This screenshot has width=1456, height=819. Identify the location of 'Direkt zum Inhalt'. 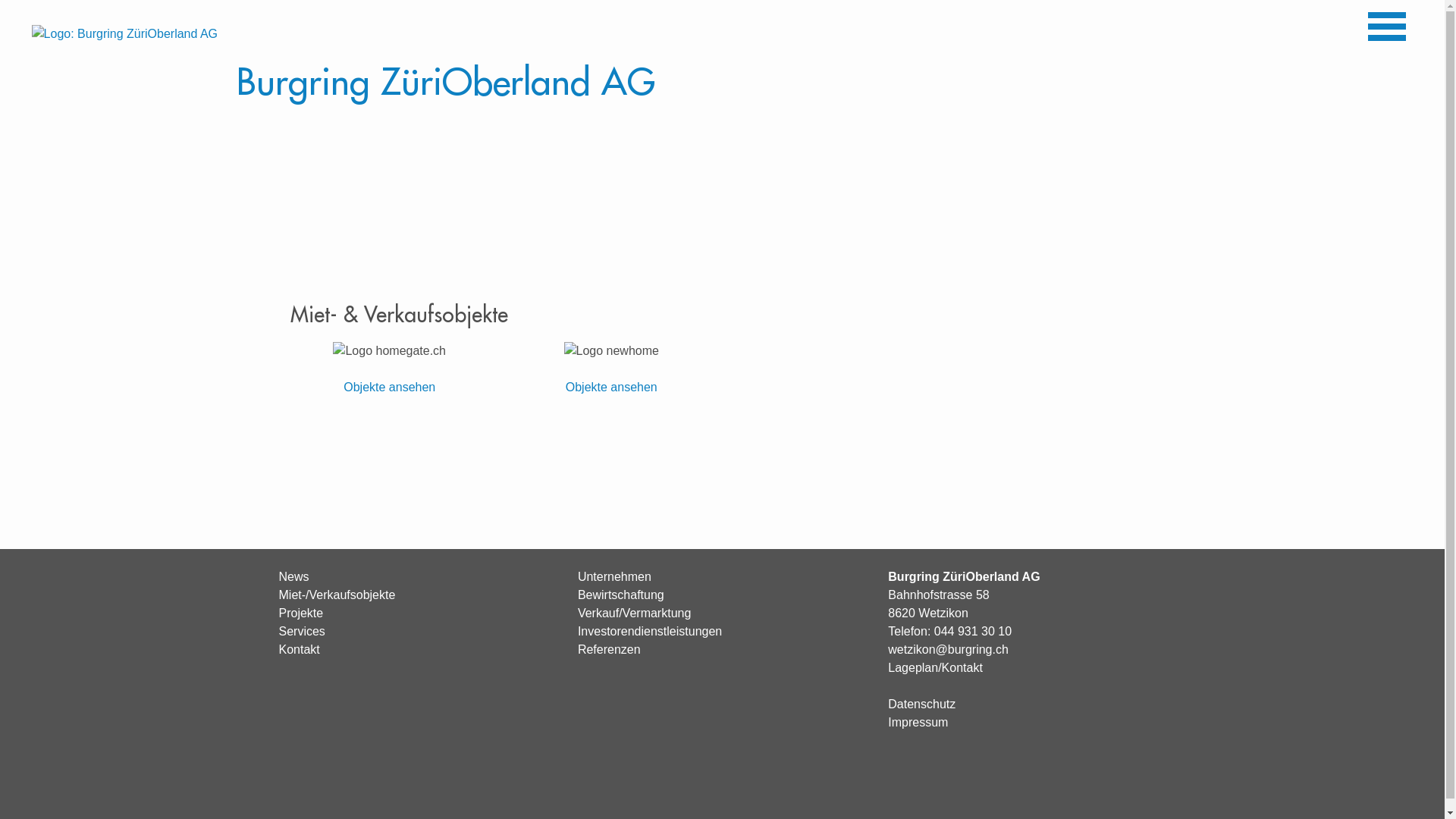
(42, 0).